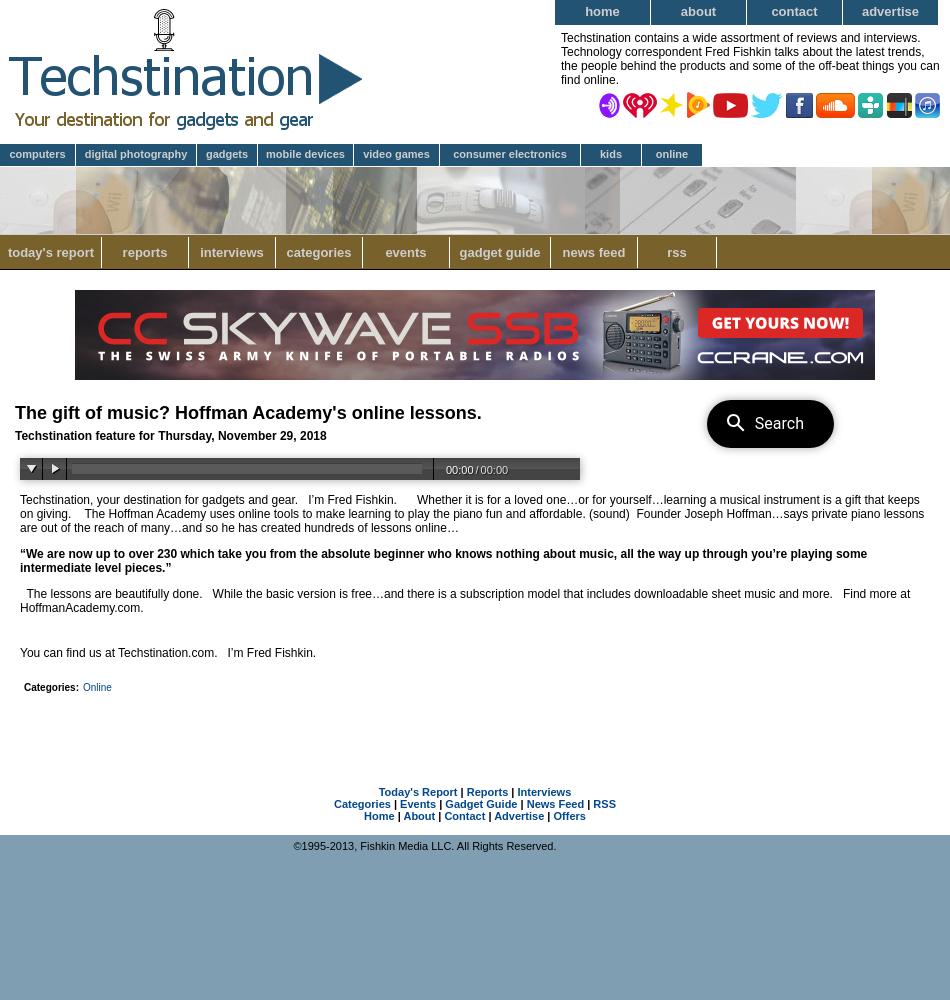  I want to click on 'Whether it is for a loved one…or for yourself…learning a musical instrument is a gift that keeps on giving.', so click(468, 507).